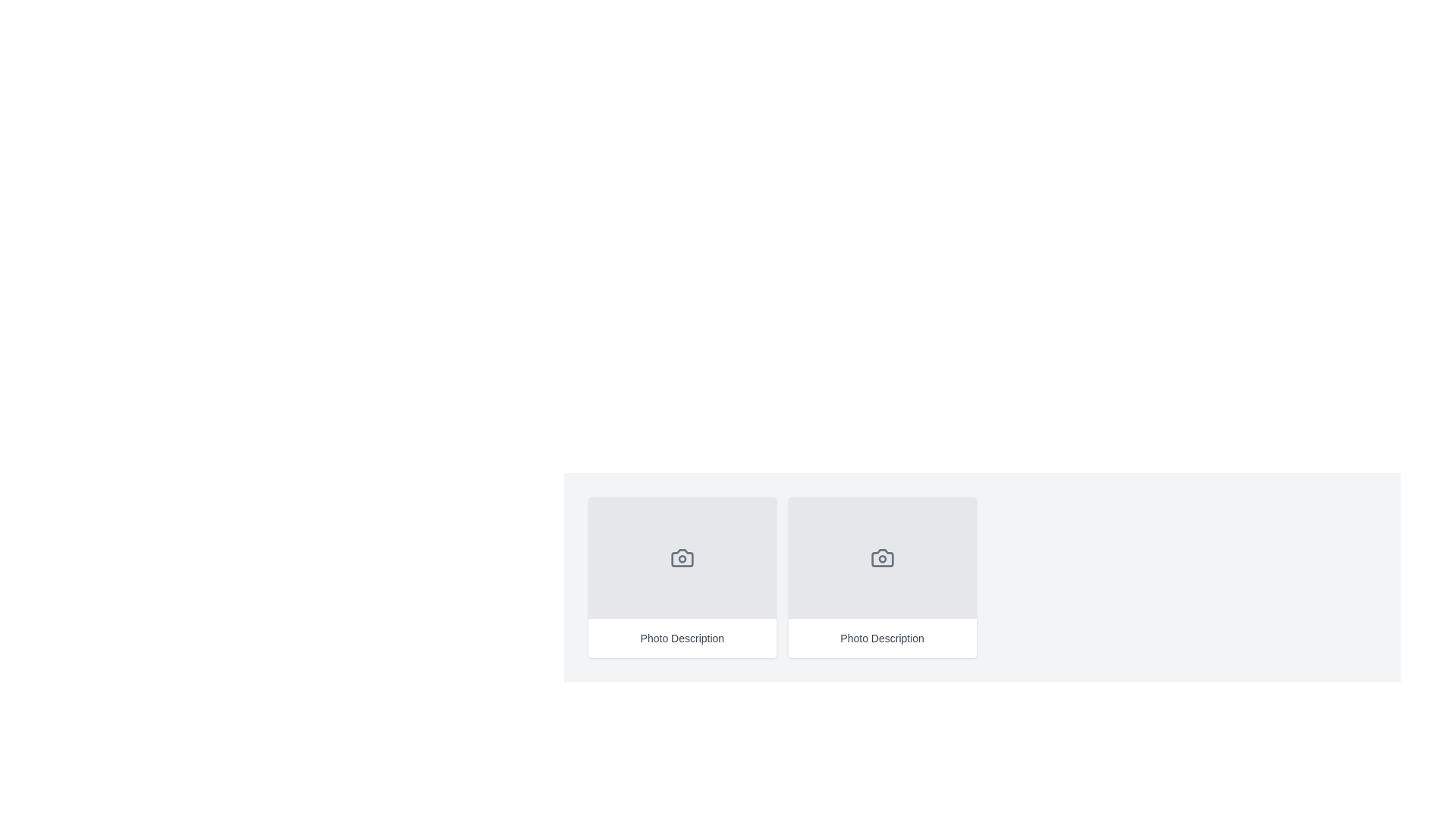  I want to click on the camera icon's main body element located at the center of the leftmost column to trigger contextual actions, so click(681, 558).